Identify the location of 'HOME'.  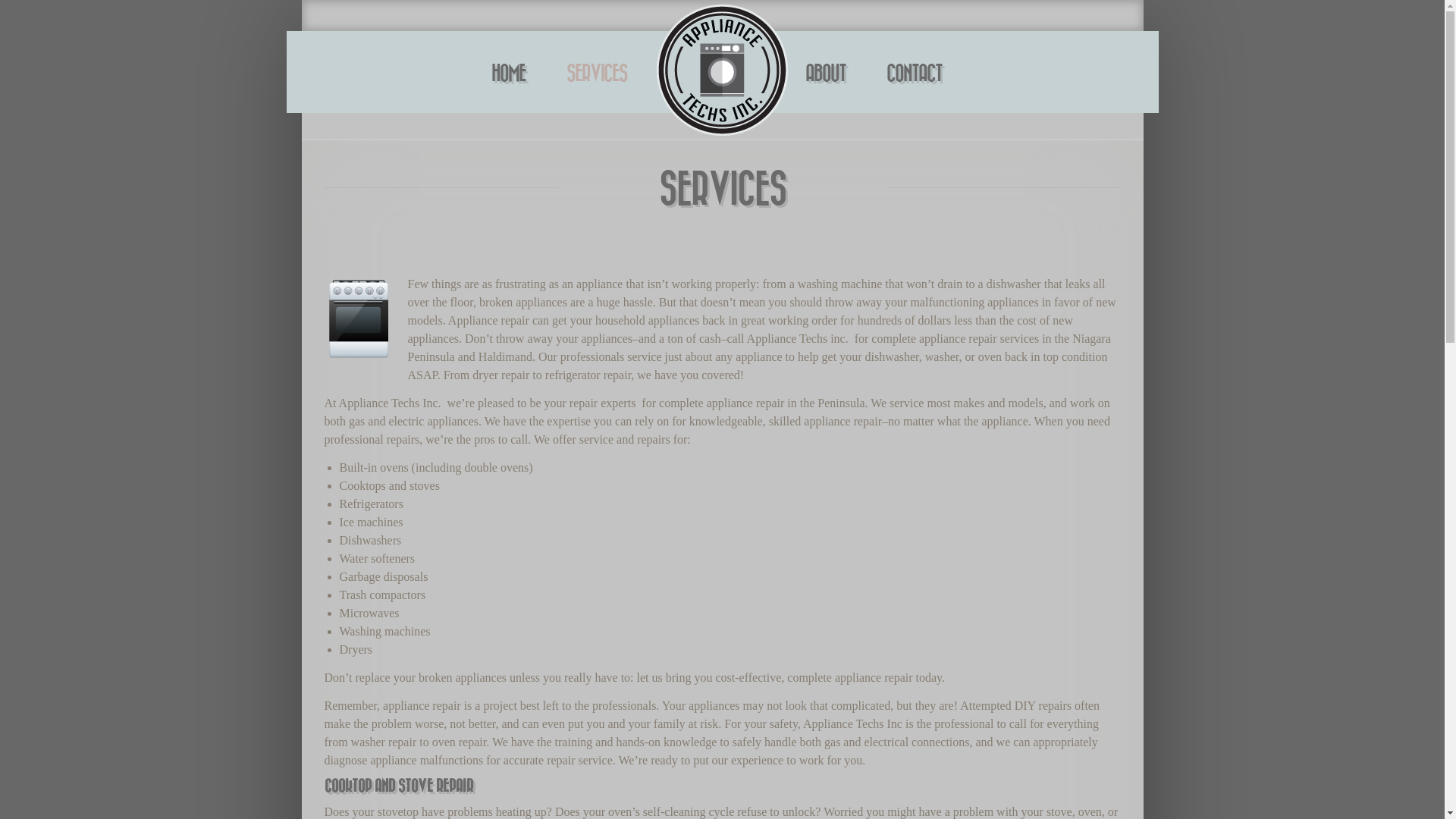
(508, 74).